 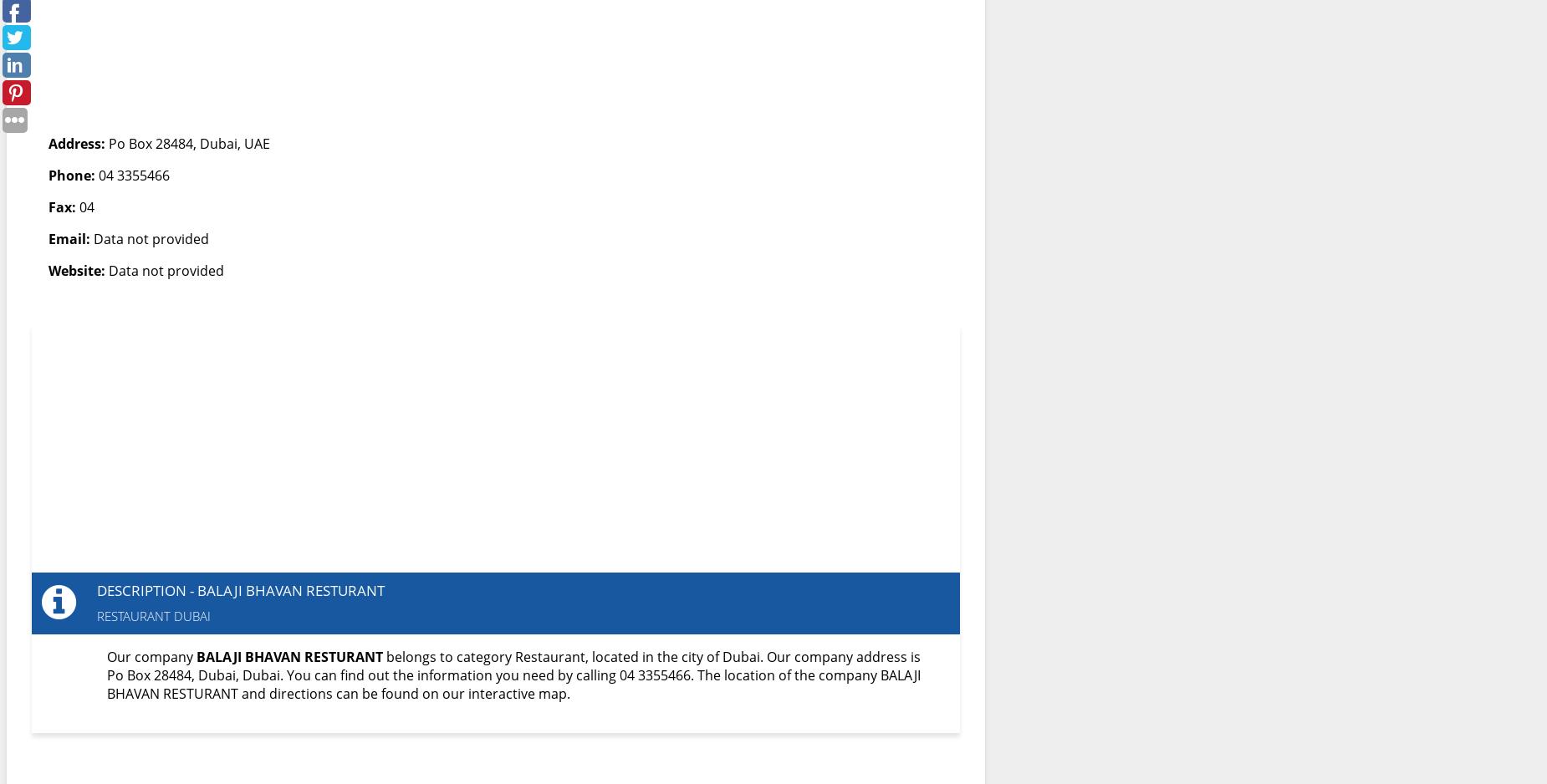 I want to click on 'Description - BALAJI BHAVAN RESTURANT', so click(x=240, y=589).